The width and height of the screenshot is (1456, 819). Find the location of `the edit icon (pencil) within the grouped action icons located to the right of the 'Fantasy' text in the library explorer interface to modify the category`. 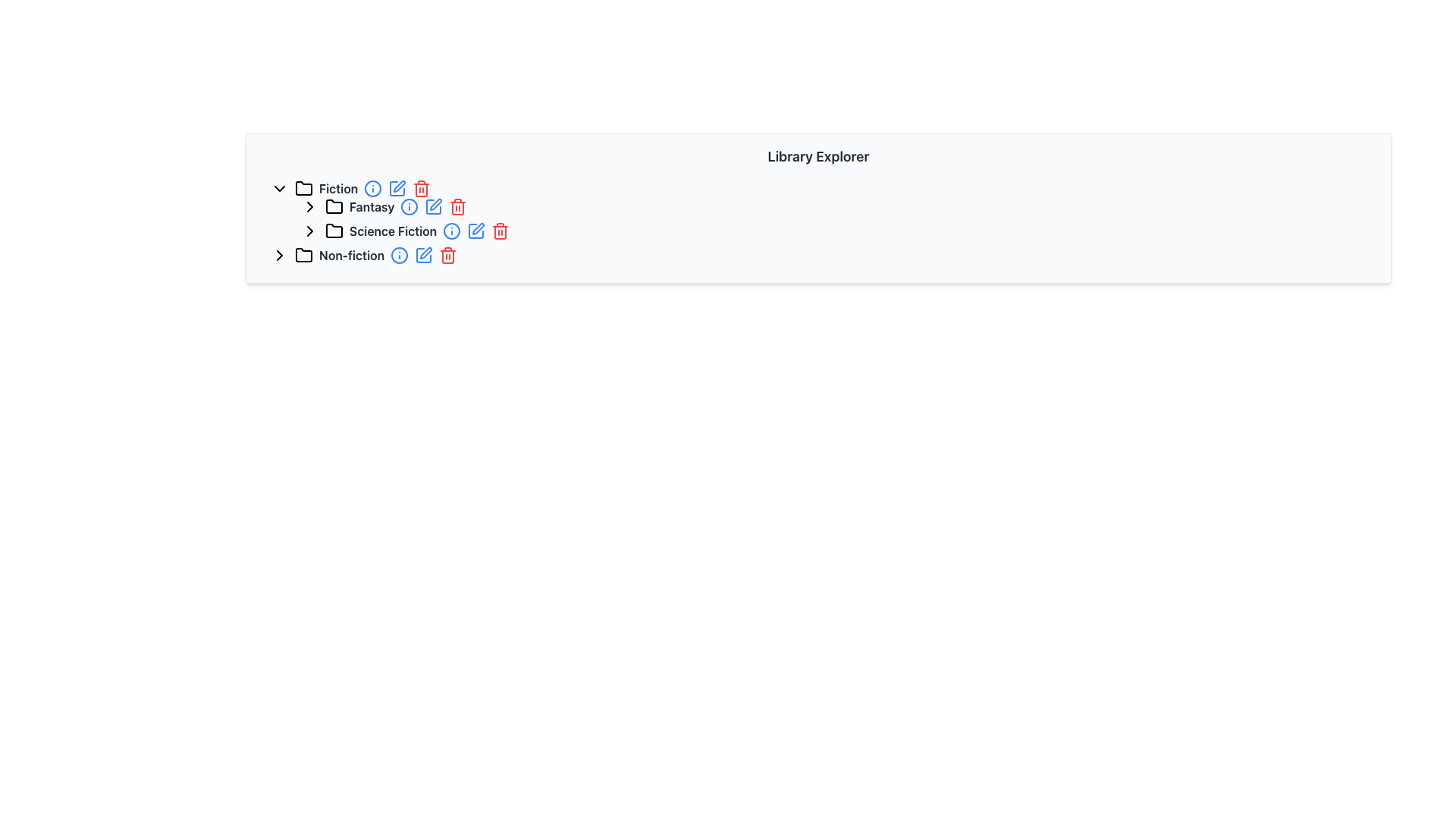

the edit icon (pencil) within the grouped action icons located to the right of the 'Fantasy' text in the library explorer interface to modify the category is located at coordinates (433, 207).